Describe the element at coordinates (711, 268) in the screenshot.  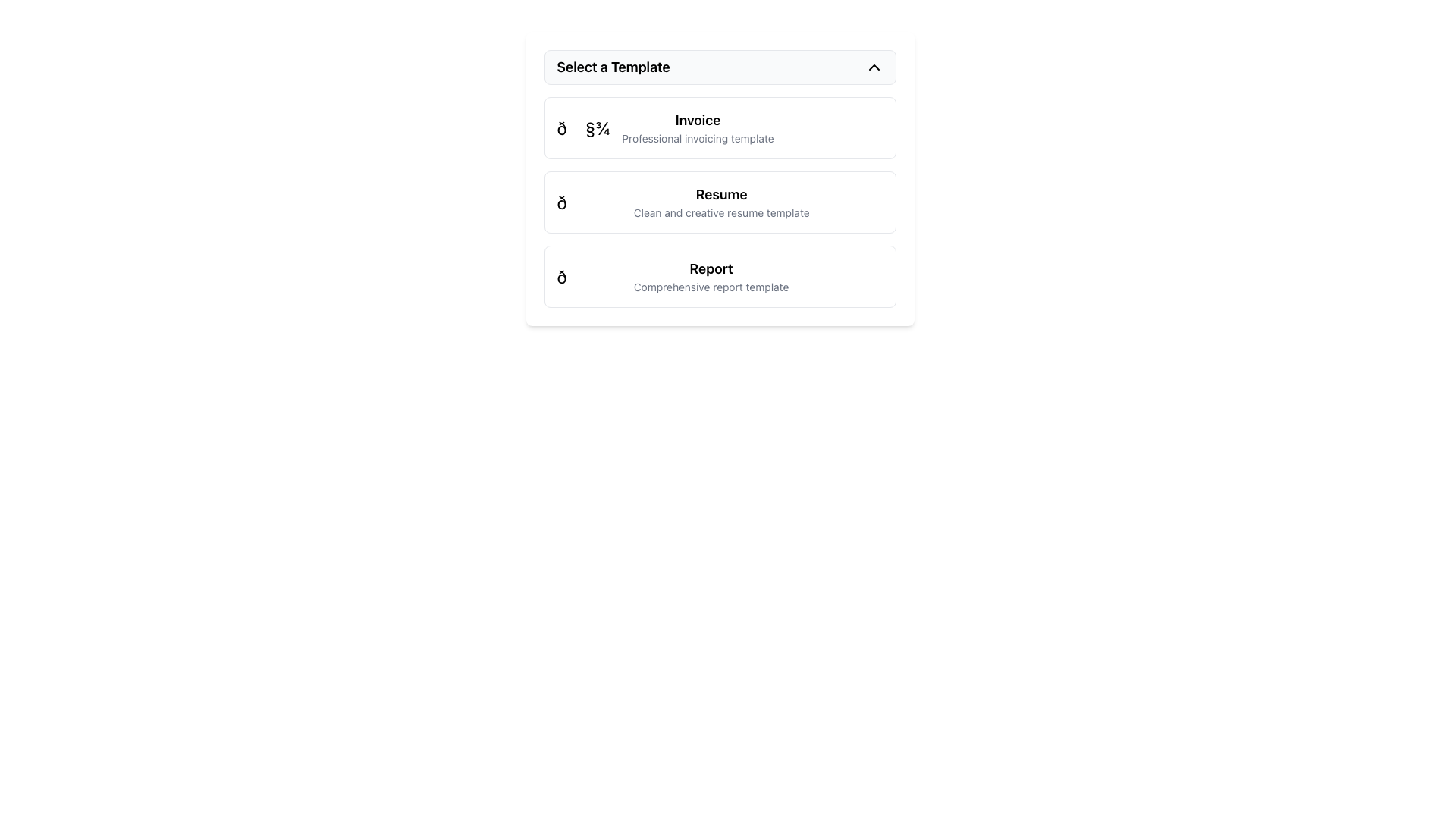
I see `the 'Report' text label, which is styled with bold emphasis and larger font size, indicating it serves as the main title in the 'Select a Template' section` at that location.